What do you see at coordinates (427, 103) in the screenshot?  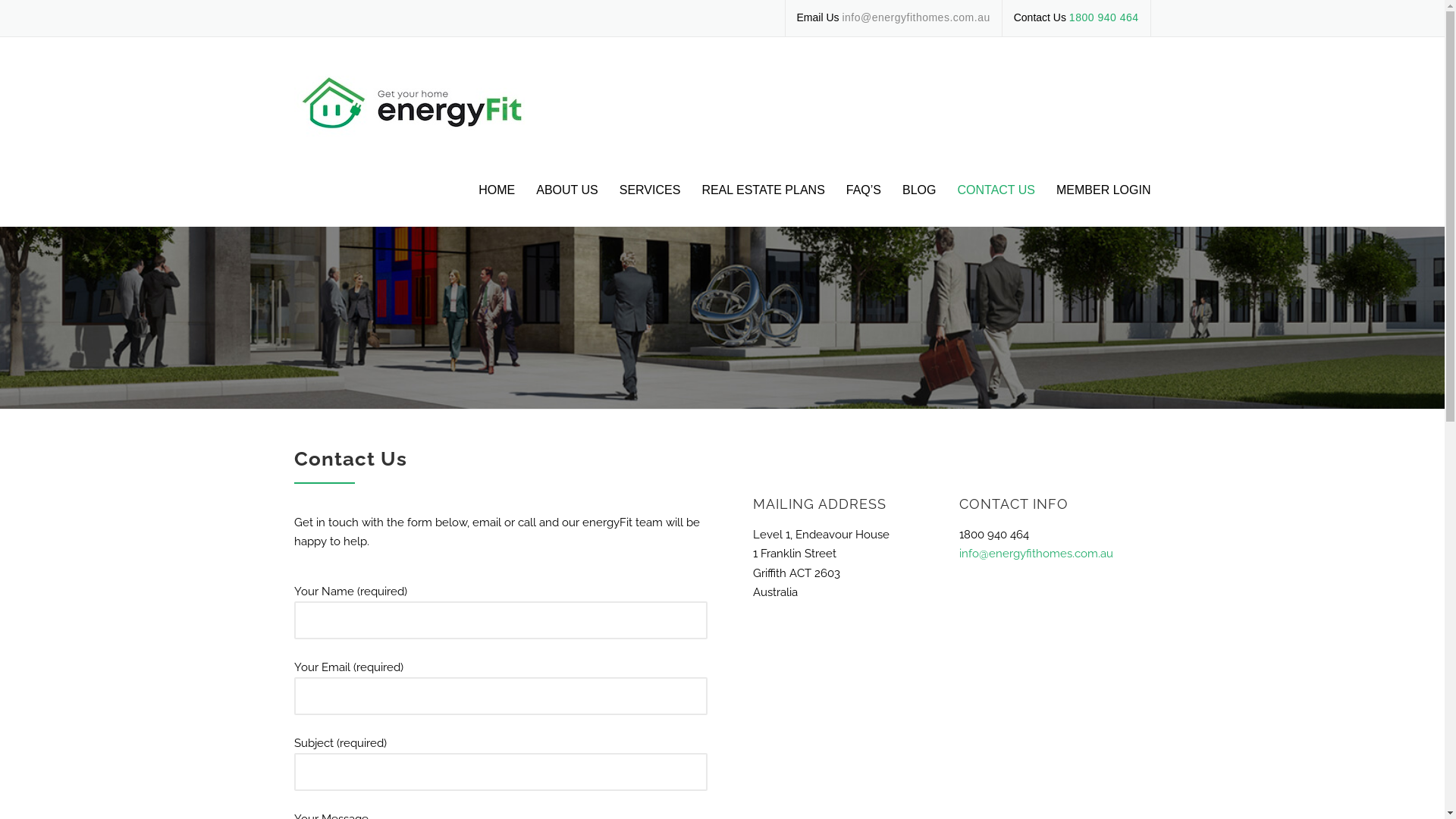 I see `'EnergyFit Homes'` at bounding box center [427, 103].